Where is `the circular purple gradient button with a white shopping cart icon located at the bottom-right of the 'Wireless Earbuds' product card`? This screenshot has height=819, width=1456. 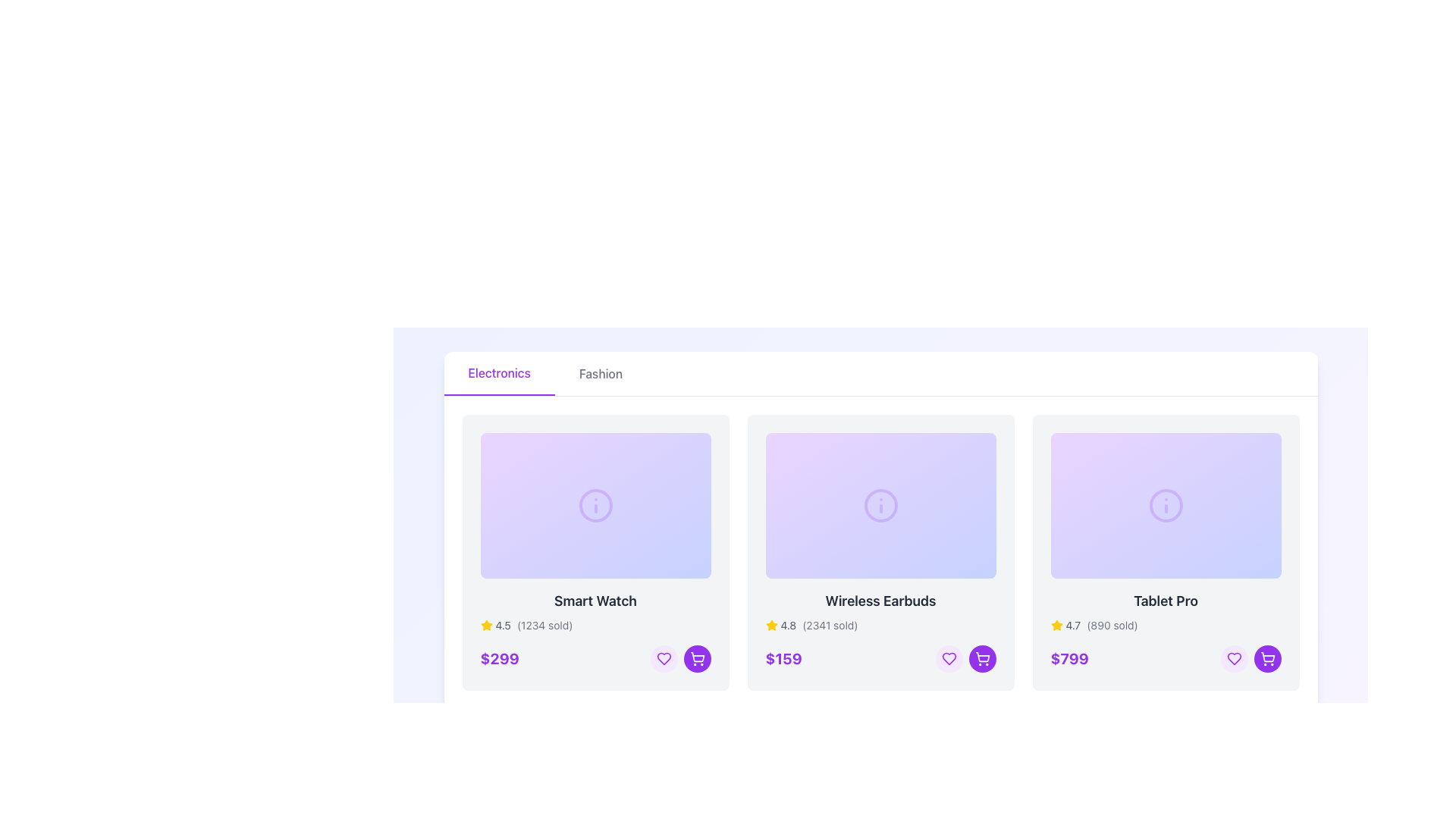 the circular purple gradient button with a white shopping cart icon located at the bottom-right of the 'Wireless Earbuds' product card is located at coordinates (696, 657).